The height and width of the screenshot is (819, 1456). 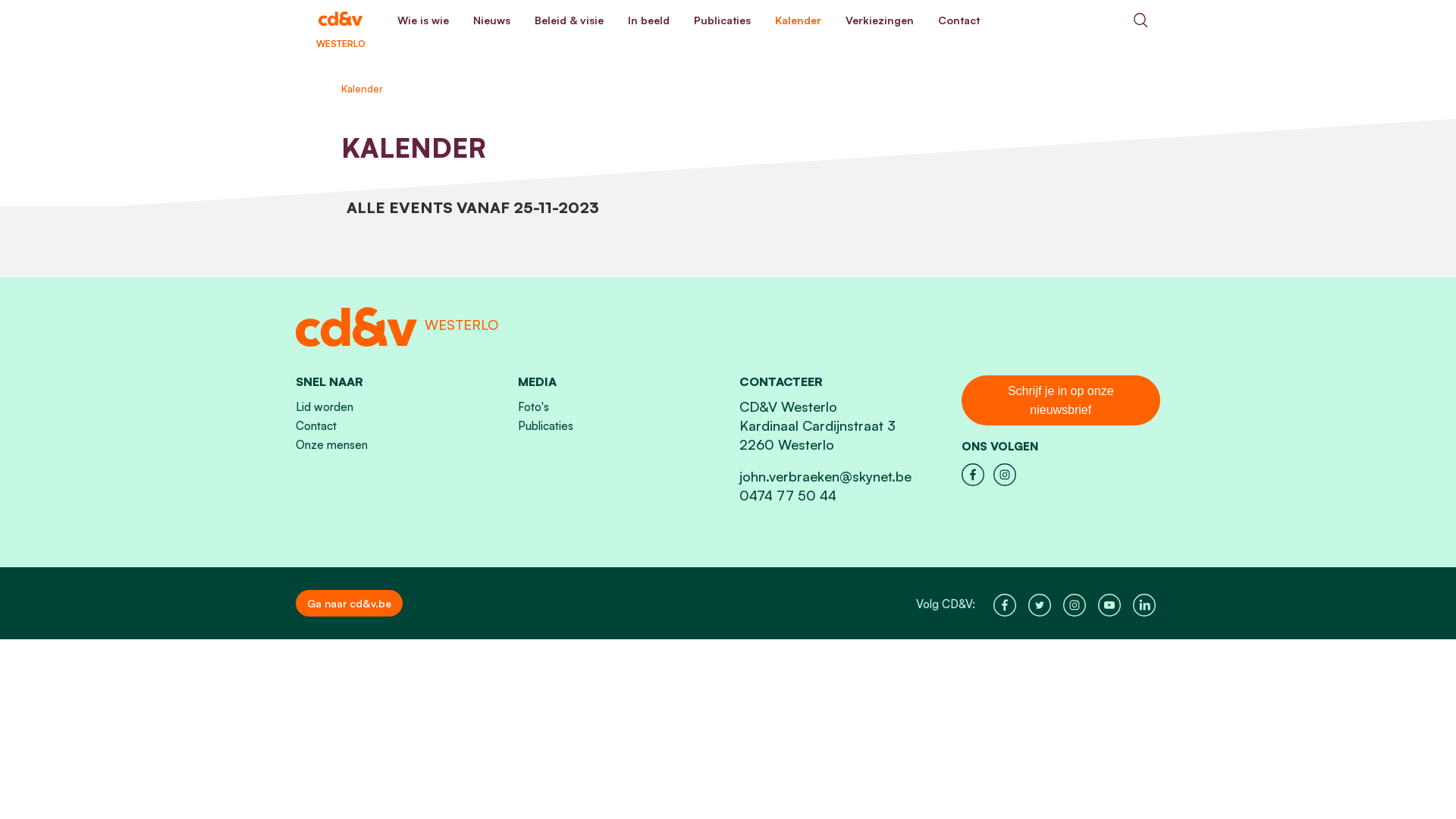 What do you see at coordinates (385, 20) in the screenshot?
I see `'Wie is wie'` at bounding box center [385, 20].